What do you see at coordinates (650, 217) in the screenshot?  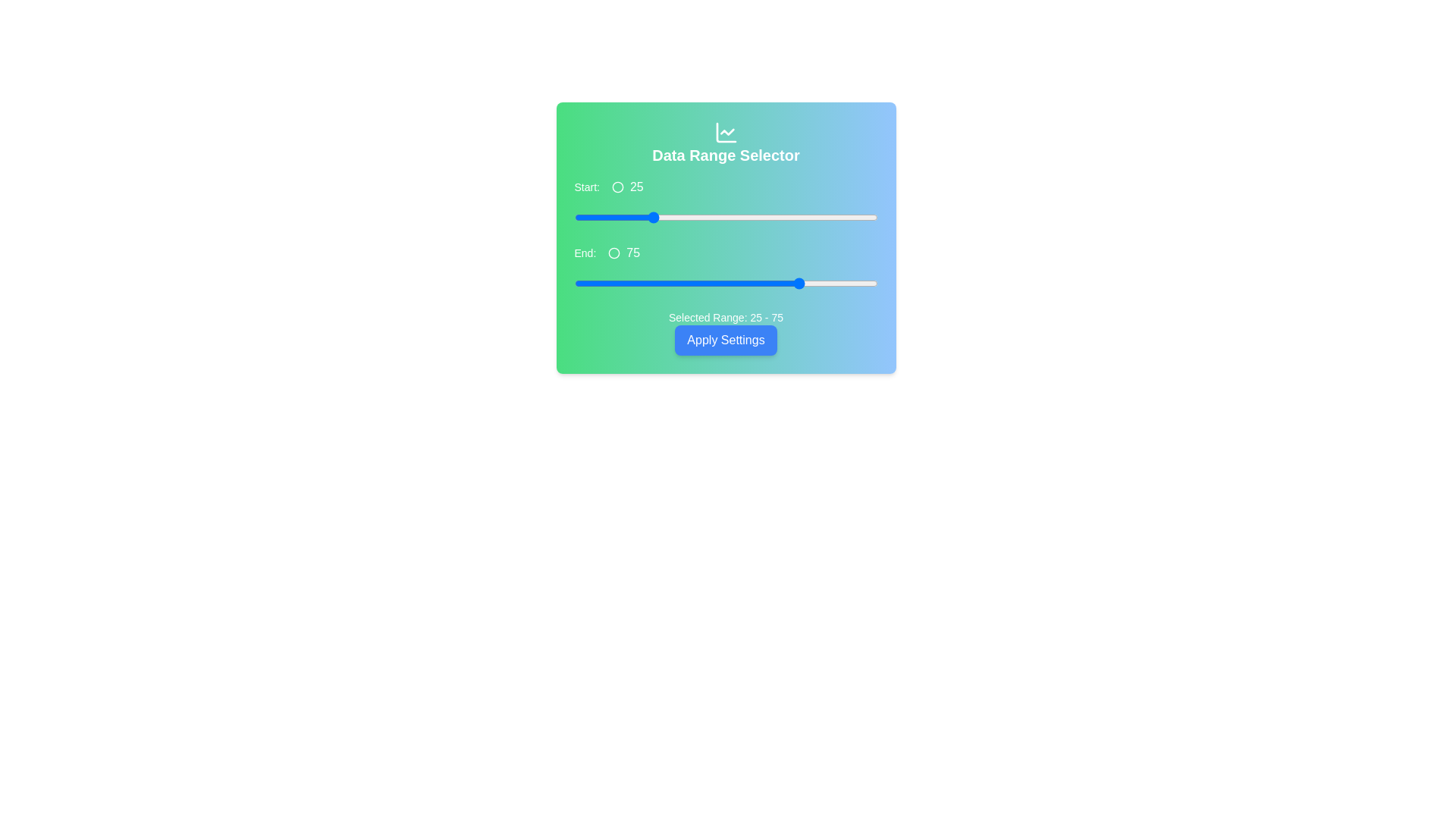 I see `the slider` at bounding box center [650, 217].